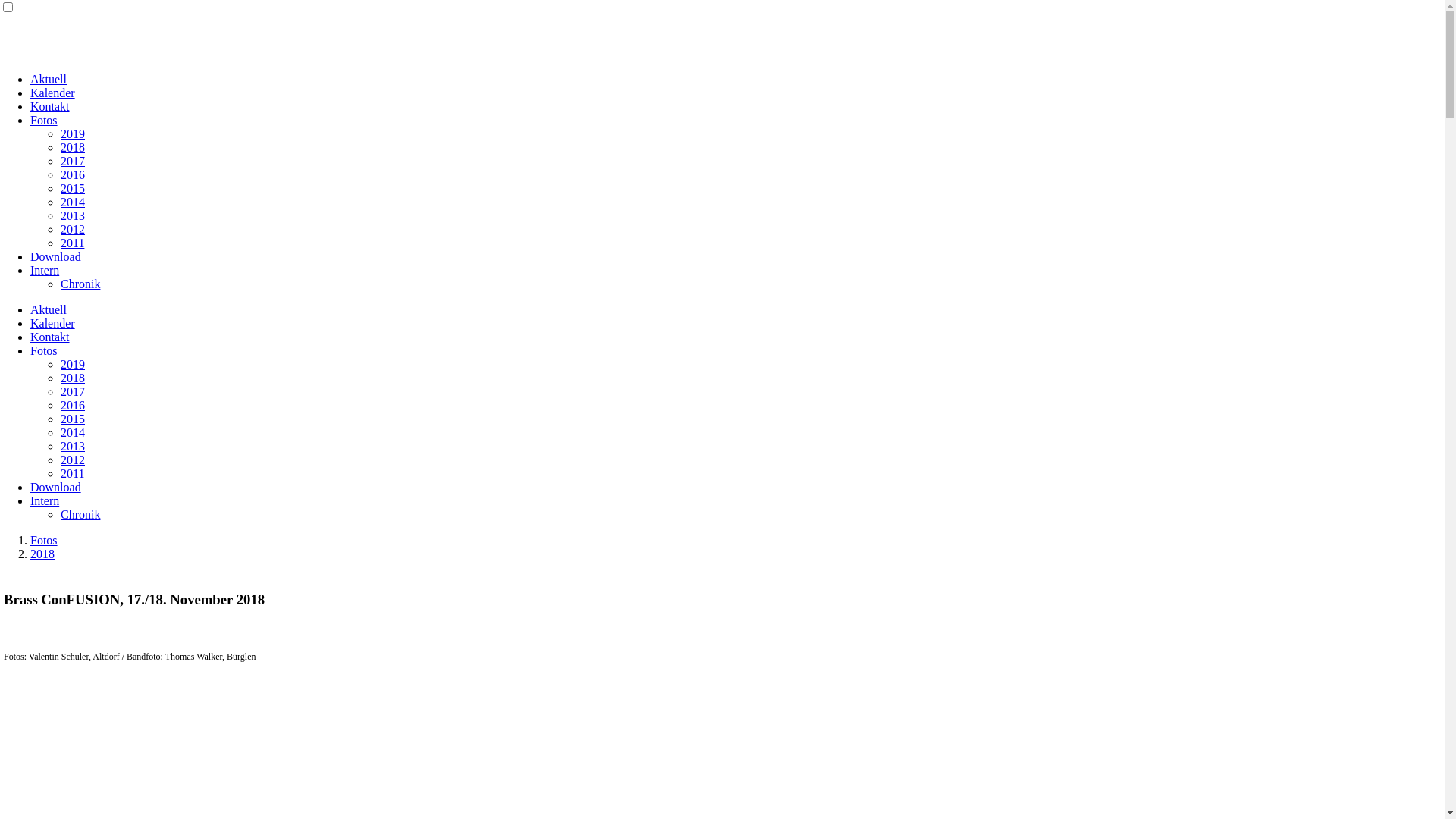 This screenshot has width=1456, height=819. What do you see at coordinates (50, 336) in the screenshot?
I see `'Kontakt'` at bounding box center [50, 336].